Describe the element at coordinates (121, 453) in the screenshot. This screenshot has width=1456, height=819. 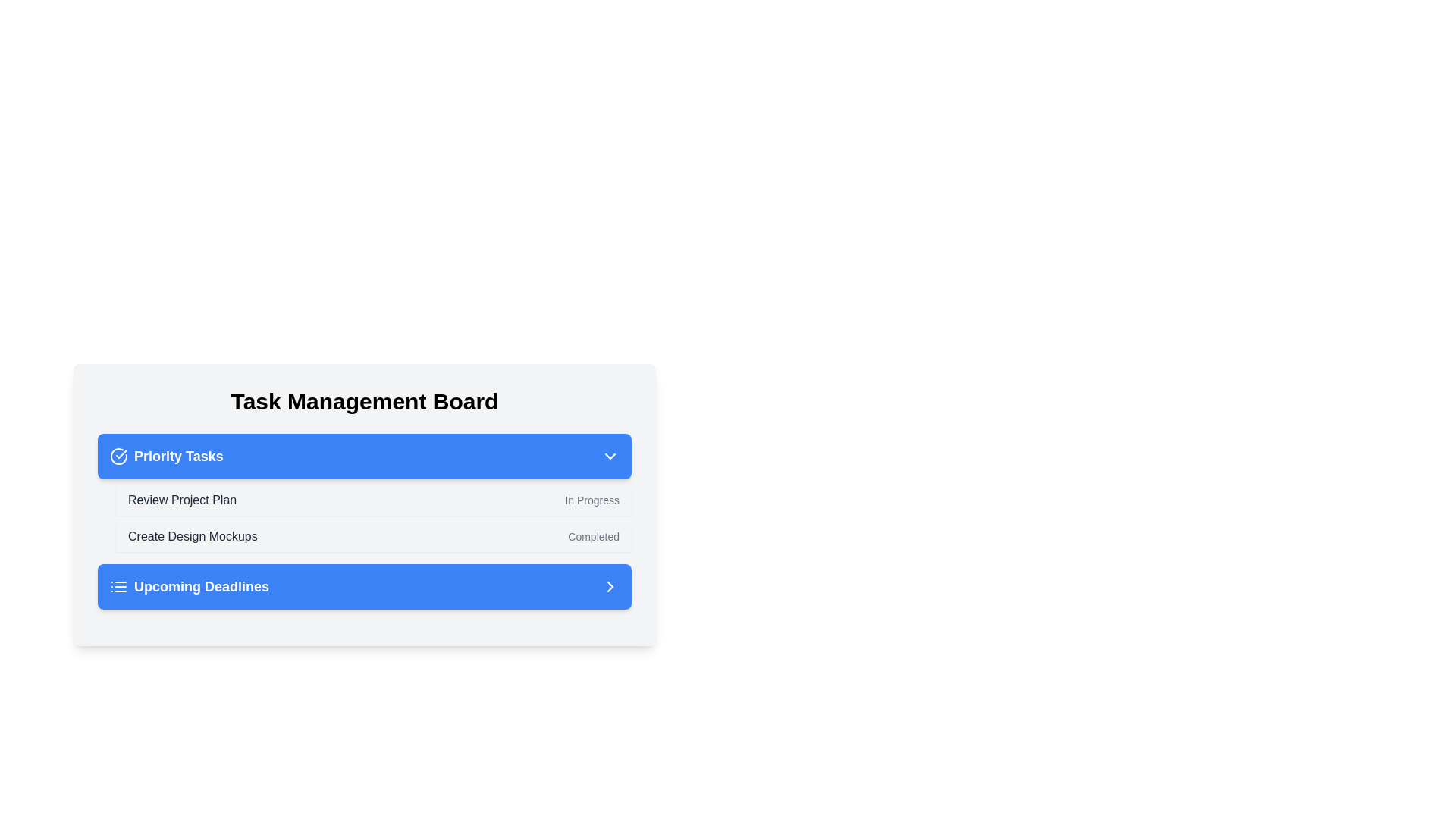
I see `the circular icon with a checkmark inside it, located to the left of the 'Priority Tasks' header in the blue banner` at that location.